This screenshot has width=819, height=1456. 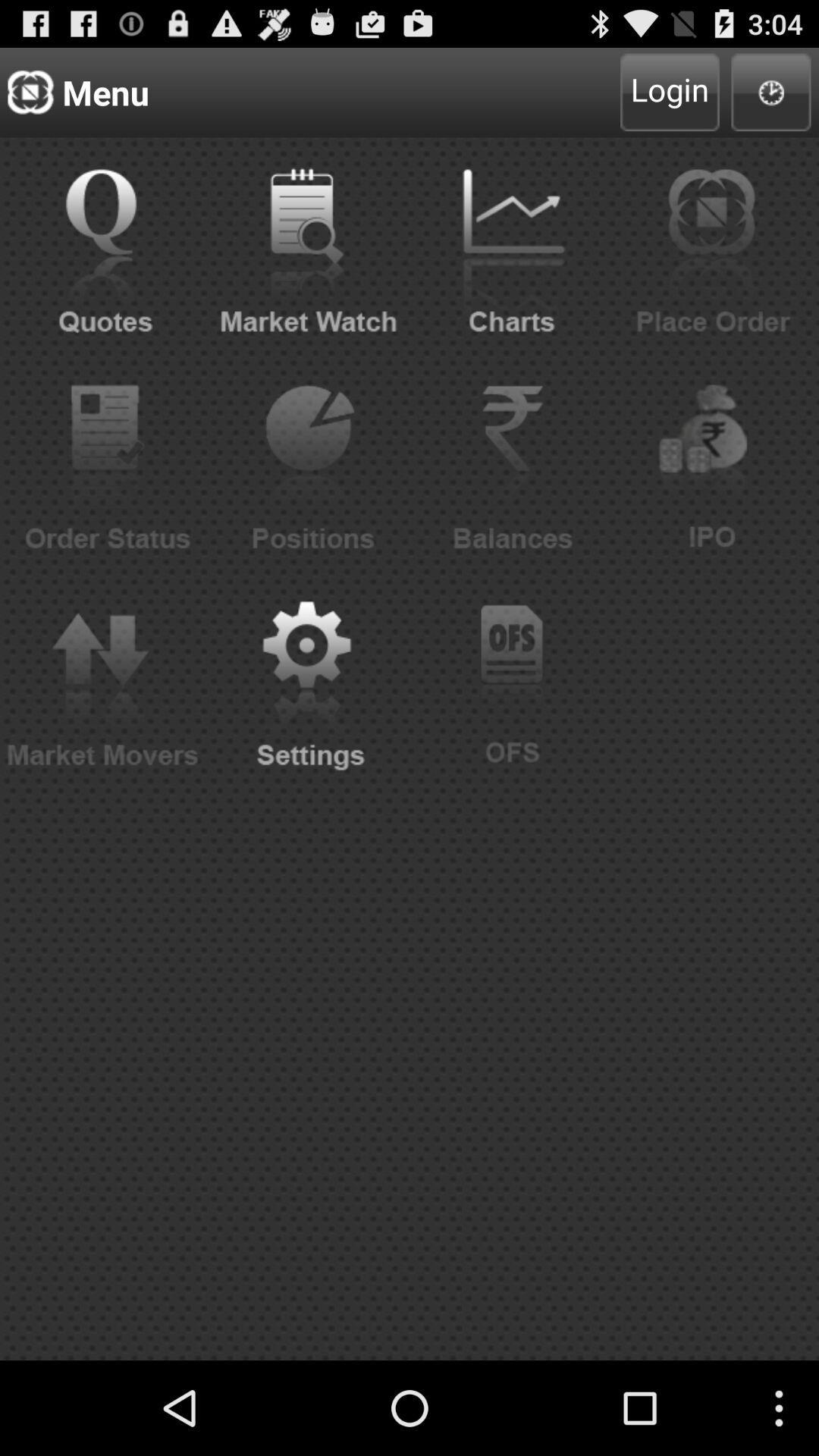 What do you see at coordinates (669, 91) in the screenshot?
I see `login` at bounding box center [669, 91].